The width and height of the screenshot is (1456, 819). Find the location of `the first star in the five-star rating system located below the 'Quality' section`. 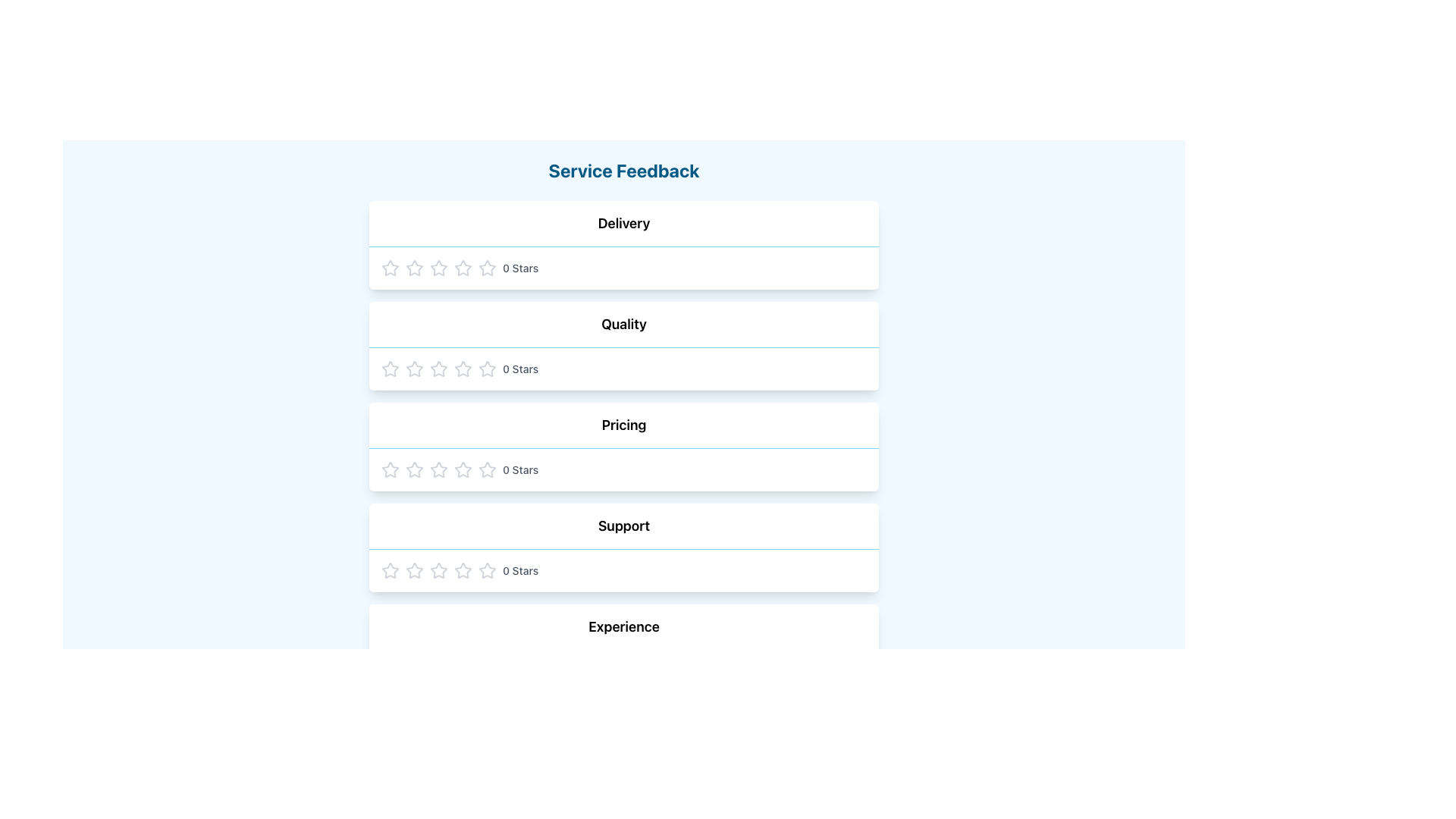

the first star in the five-star rating system located below the 'Quality' section is located at coordinates (390, 369).